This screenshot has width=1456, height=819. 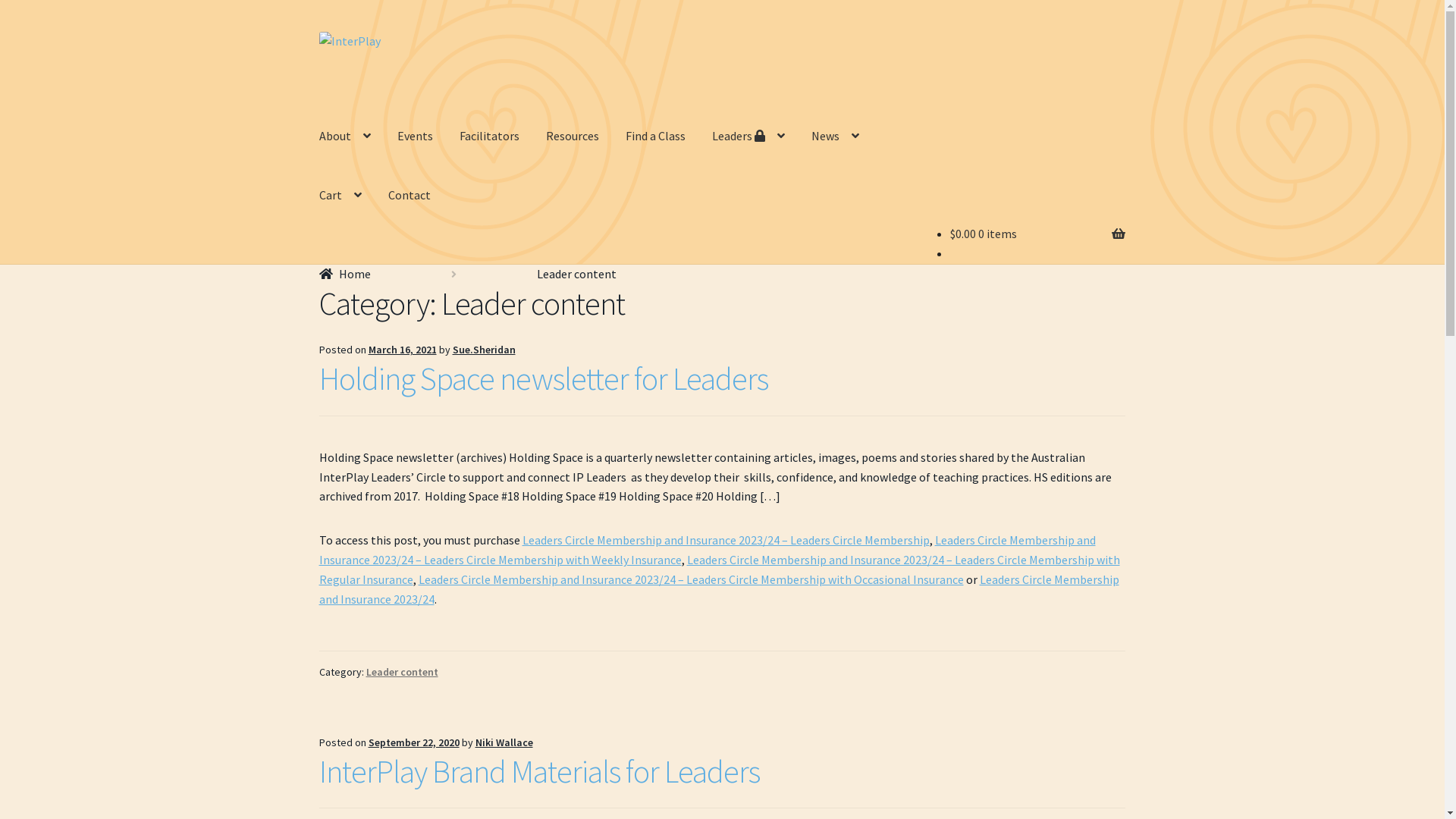 I want to click on 'Events', so click(x=385, y=136).